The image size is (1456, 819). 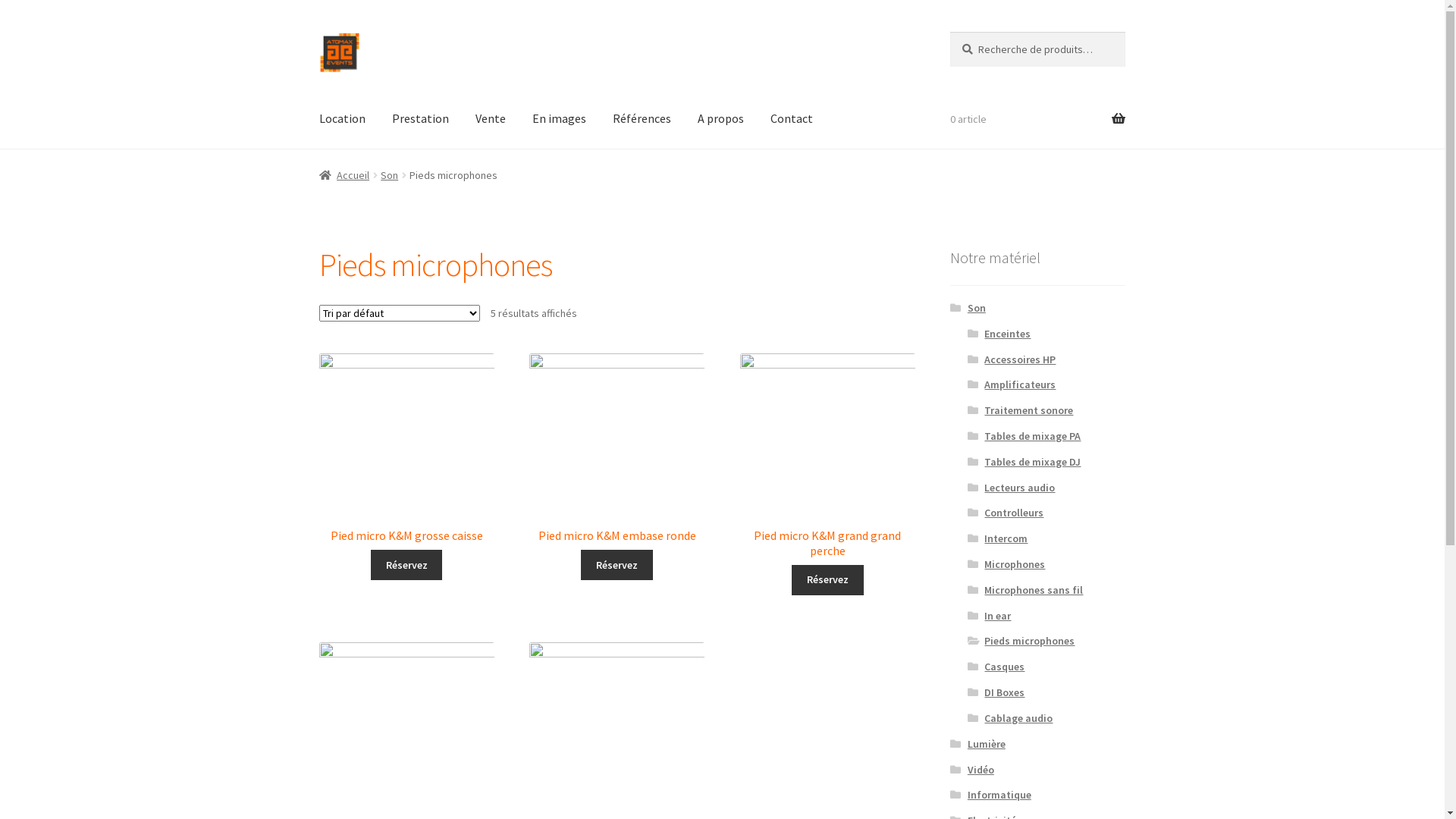 What do you see at coordinates (758, 118) in the screenshot?
I see `'Contact'` at bounding box center [758, 118].